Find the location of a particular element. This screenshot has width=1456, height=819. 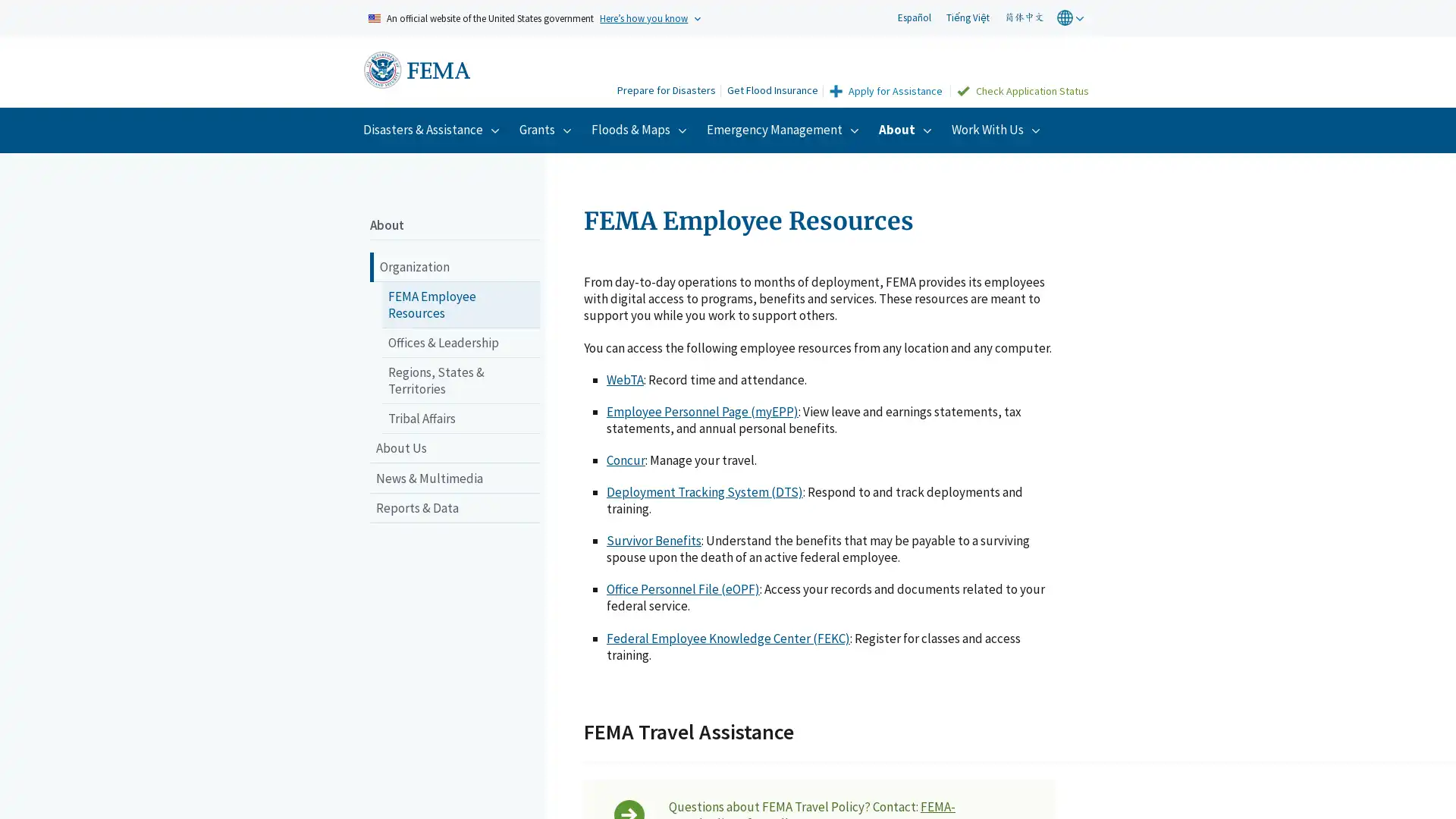

world globe is located at coordinates (1072, 17).